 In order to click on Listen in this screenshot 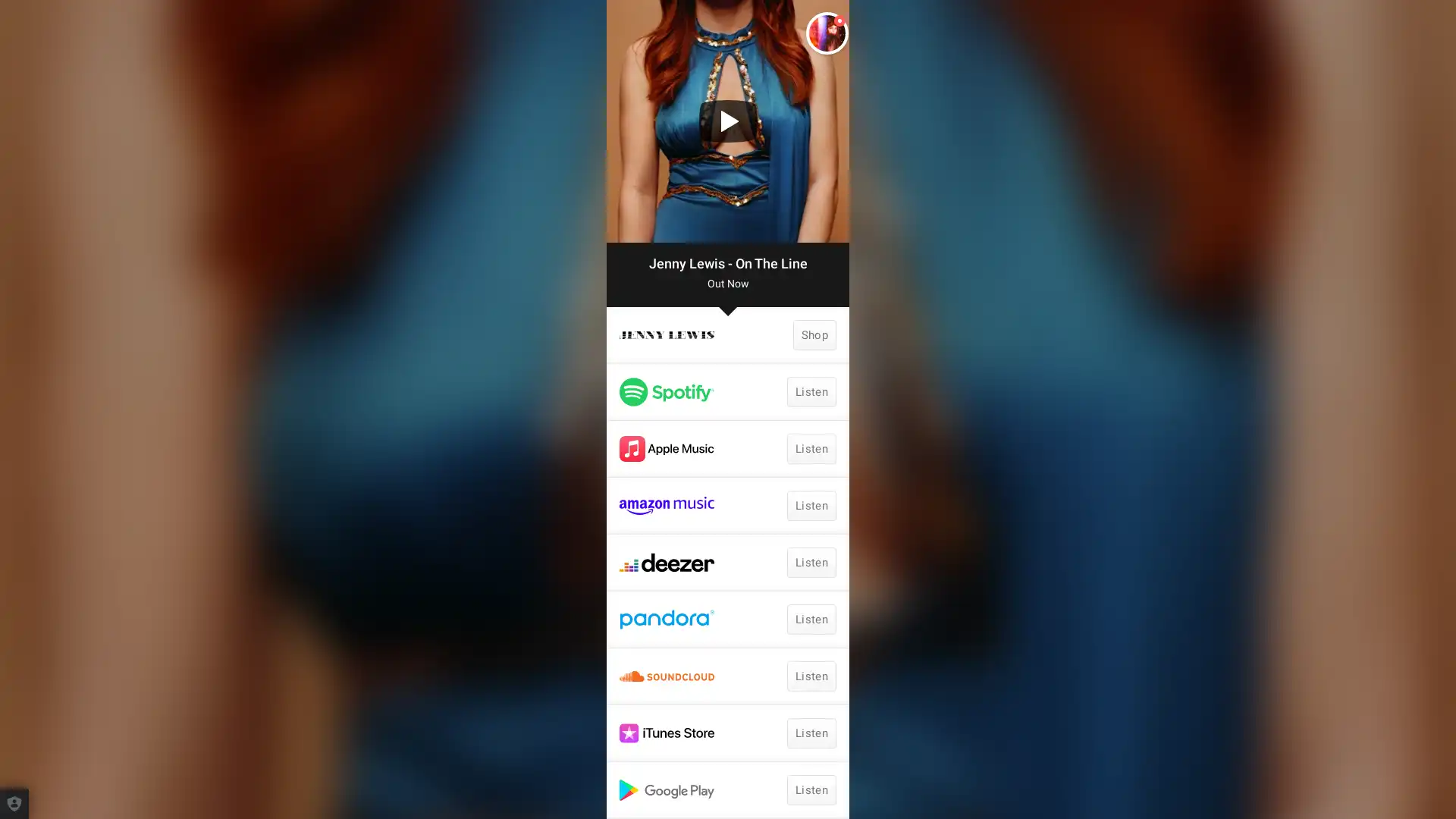, I will do `click(811, 675)`.